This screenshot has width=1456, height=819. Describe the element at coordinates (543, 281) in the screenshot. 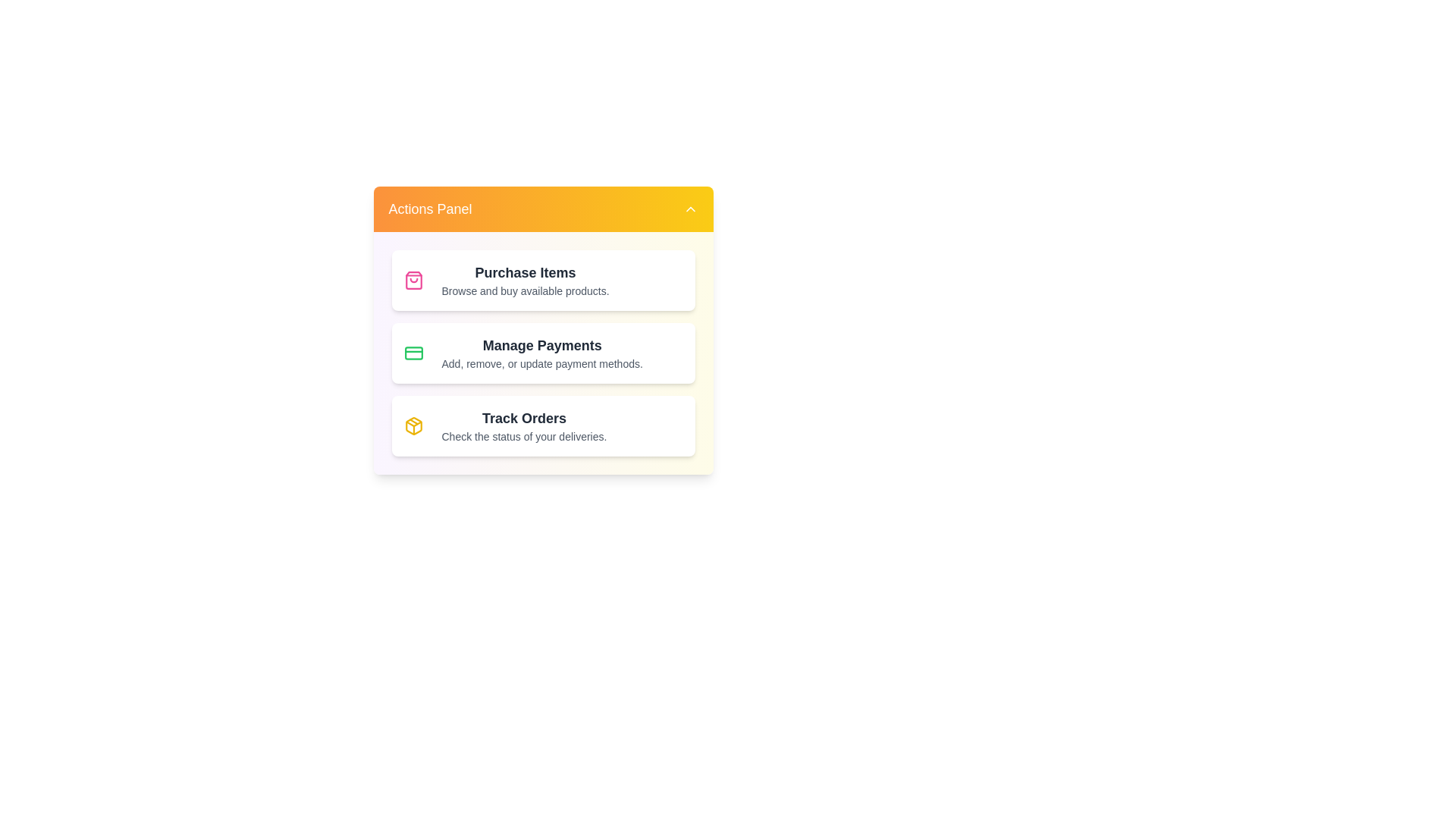

I see `the action item Purchase Items to reveal further details` at that location.